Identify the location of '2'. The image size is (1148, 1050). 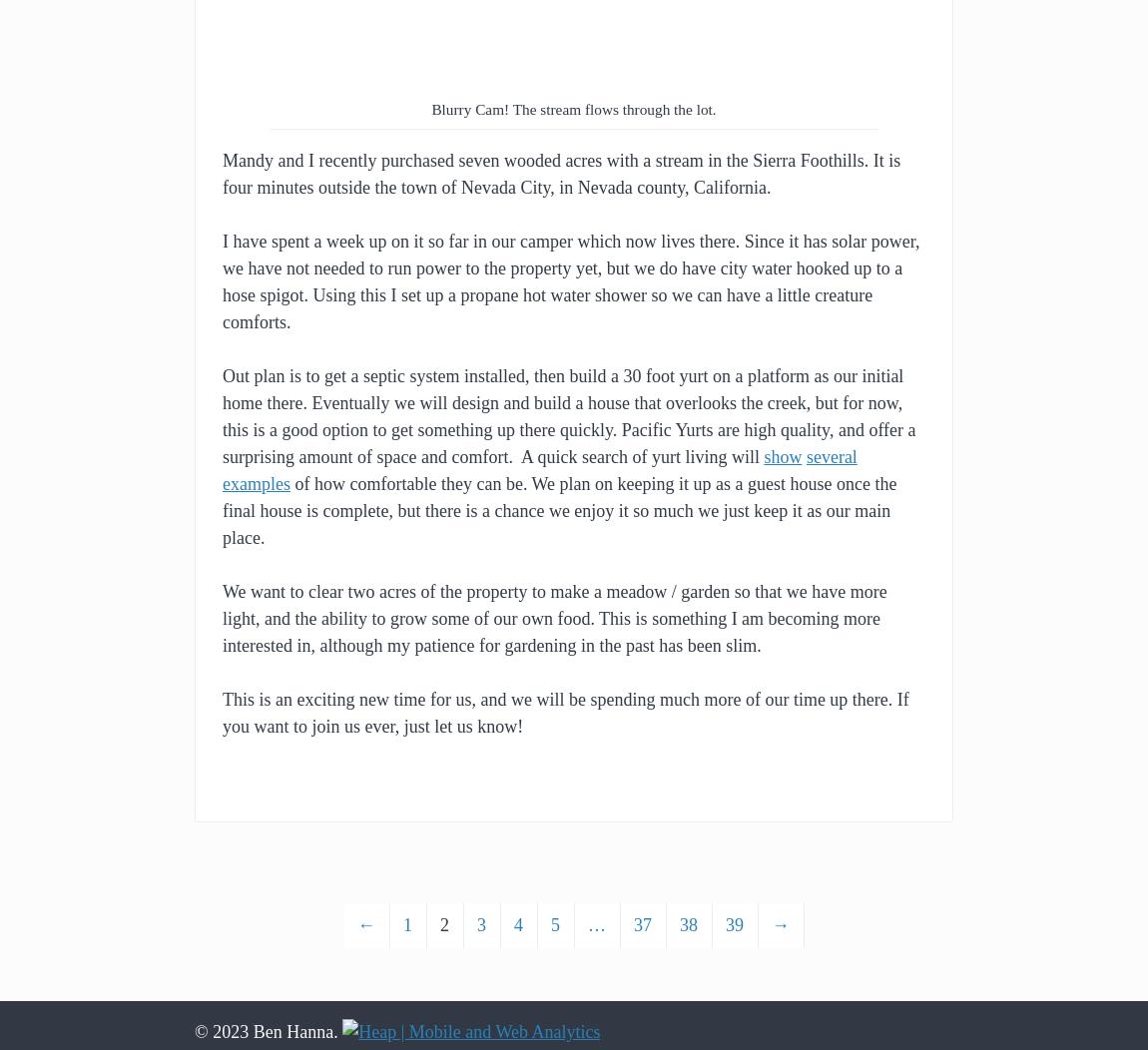
(444, 924).